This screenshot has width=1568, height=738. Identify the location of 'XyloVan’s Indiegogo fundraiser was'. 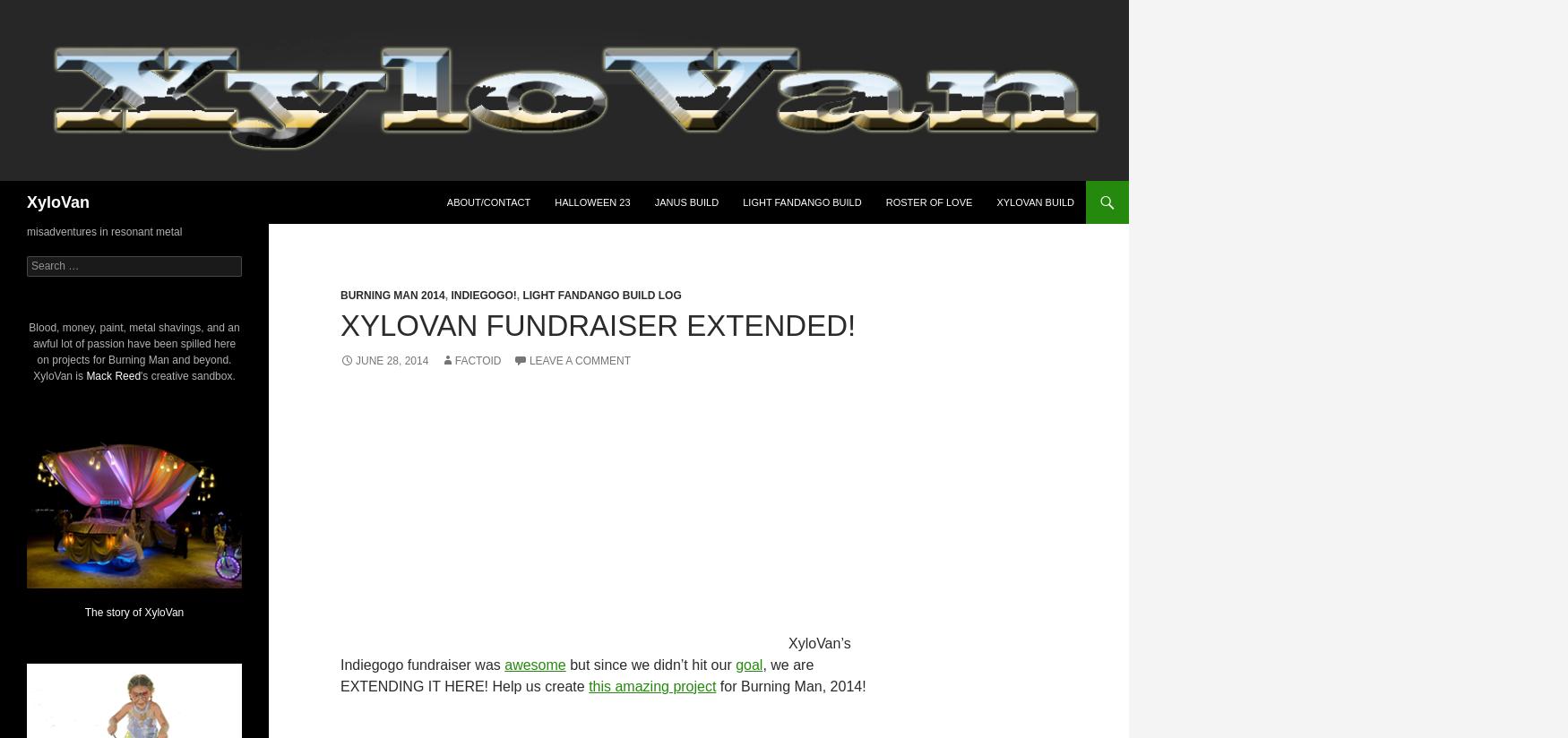
(594, 654).